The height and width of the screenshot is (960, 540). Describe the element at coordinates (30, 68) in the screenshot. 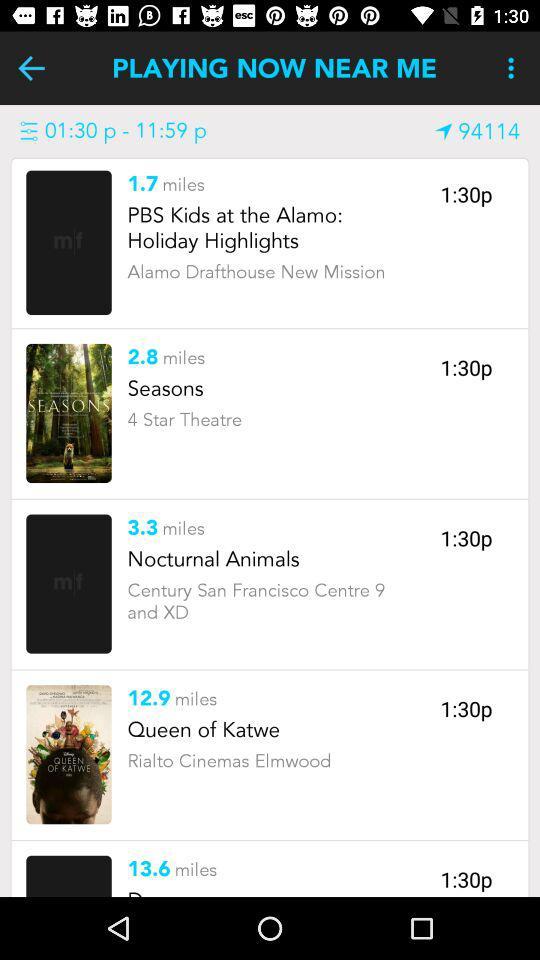

I see `playing` at that location.